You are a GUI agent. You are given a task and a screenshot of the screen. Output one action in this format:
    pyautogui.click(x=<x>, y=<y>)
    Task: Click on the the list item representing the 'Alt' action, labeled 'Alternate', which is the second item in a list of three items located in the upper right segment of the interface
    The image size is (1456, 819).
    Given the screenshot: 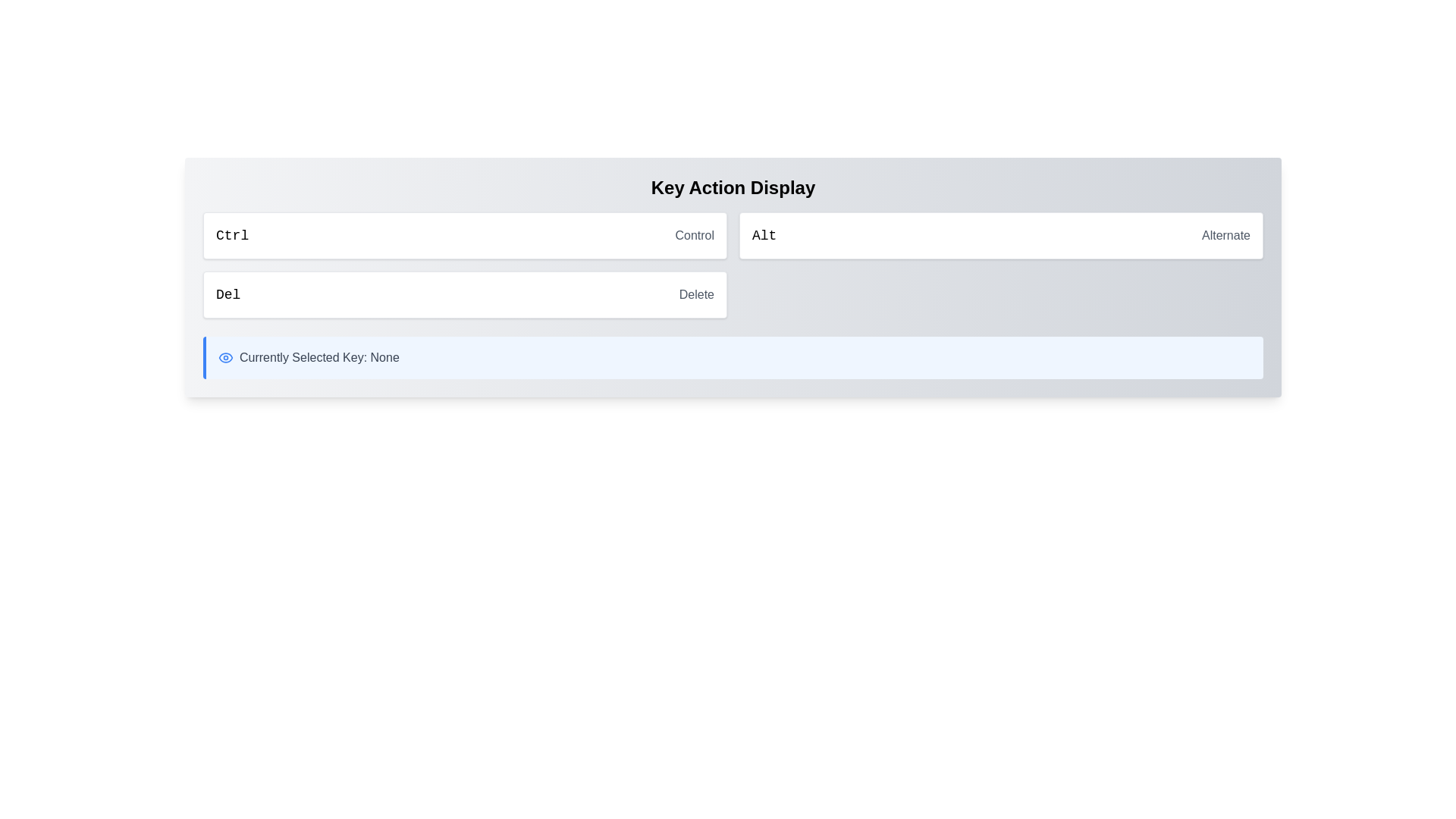 What is the action you would take?
    pyautogui.click(x=1001, y=236)
    